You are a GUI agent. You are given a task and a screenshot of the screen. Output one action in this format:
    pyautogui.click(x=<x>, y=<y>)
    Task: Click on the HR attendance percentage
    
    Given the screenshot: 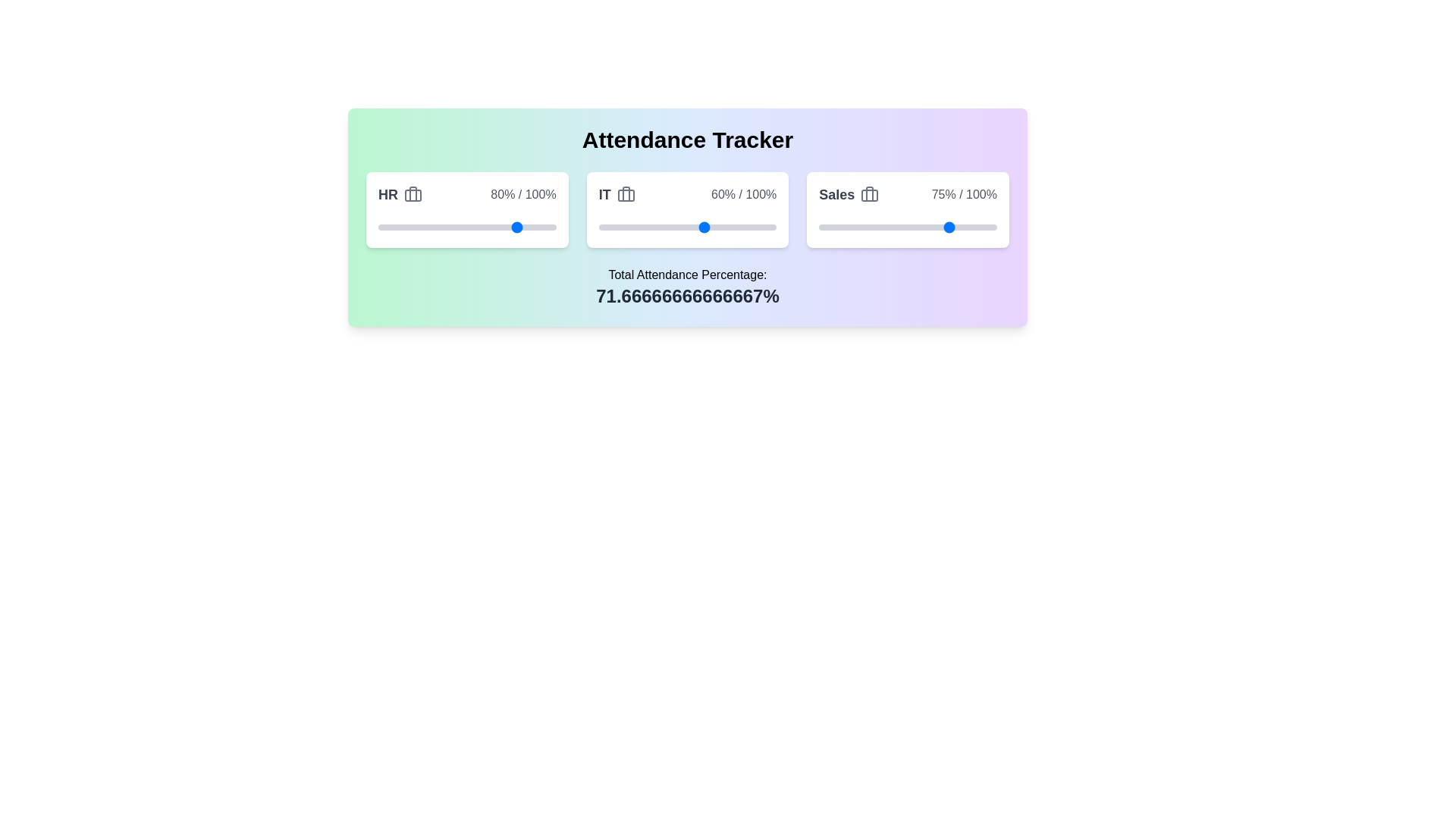 What is the action you would take?
    pyautogui.click(x=473, y=227)
    